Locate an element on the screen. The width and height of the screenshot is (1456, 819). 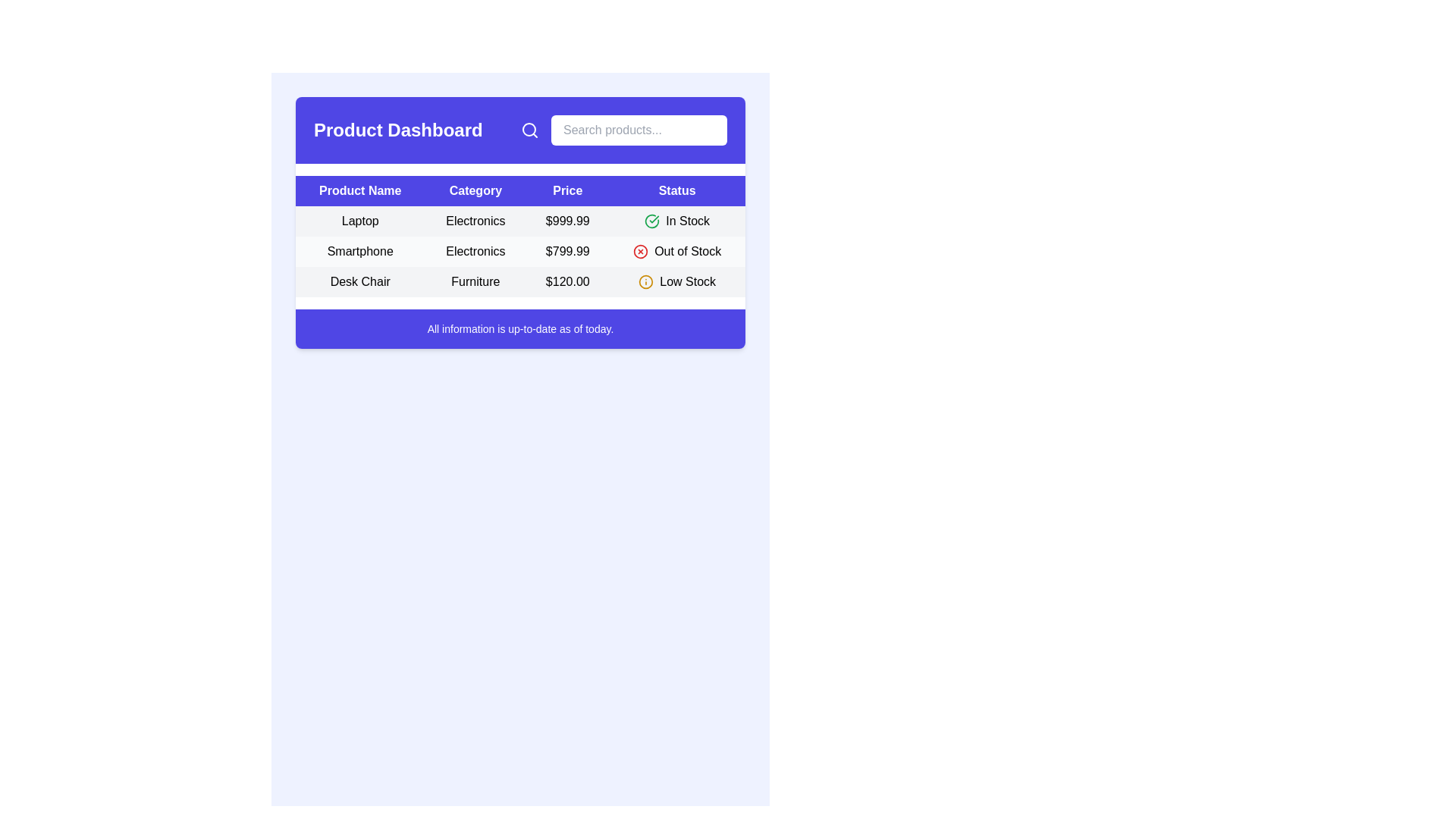
the second row of the table containing the product 'Smartphone', which provides details about its category, price, and stock status is located at coordinates (520, 250).